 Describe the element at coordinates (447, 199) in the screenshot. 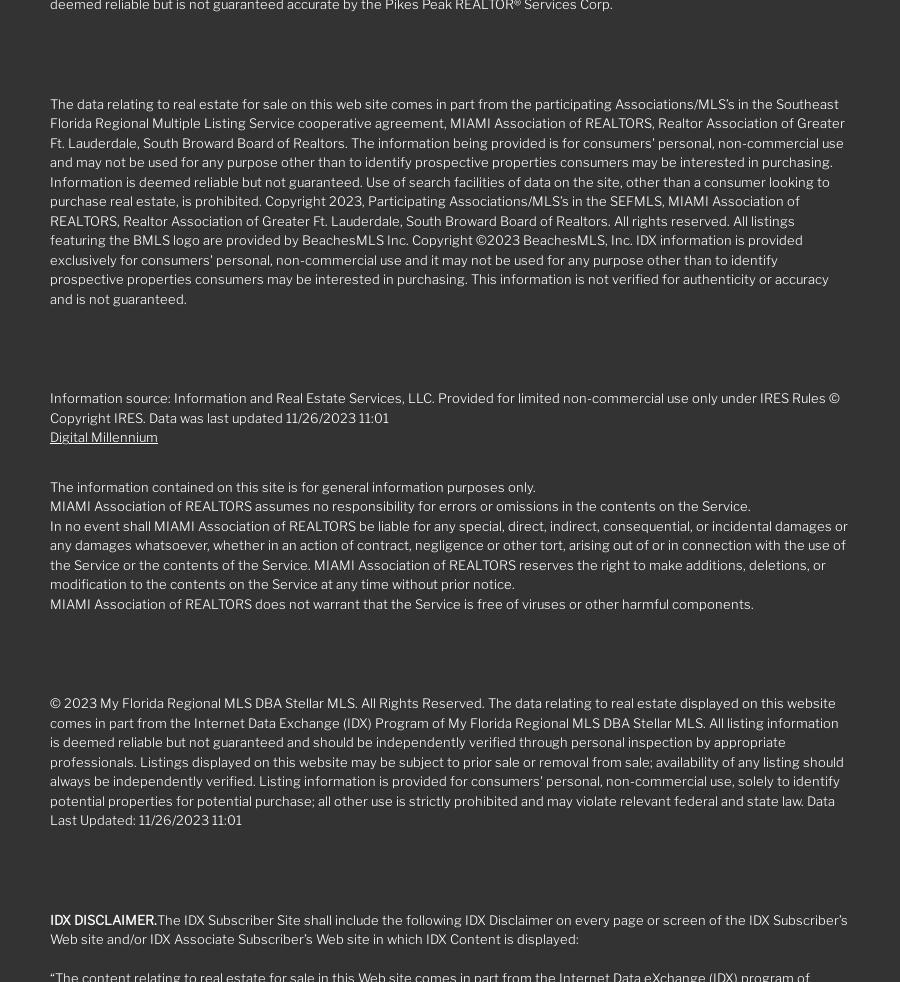

I see `'The data relating to real estate for sale on this web site comes in part from the participating Associations/MLS’s in the Southeast Florida Regional Multiple Listing Service cooperative agreement, MIAMI Association of REALTORS, Realtor Association of Greater Ft. Lauderdale, South Broward Board of Realtors. The information being provided is for consumers' personal, non-commercial use and may not be used for any purpose other than to identify prospective properties consumers may be interested in purchasing. Information is deemed reliable but not guaranteed. Use of search facilities of data on the site, other than a consumer looking to purchase real estate, is prohibited. Copyright 2023, Participating Associations/MLS’s in the SEFMLS, MIAMI Association of REALTORS, Realtor Association of Greater Ft. Lauderdale, South Broward Board of Realtors. All rights reserved. 
All listings featuring the BMLS logo are provided by BeachesMLS Inc. Copyright ©2023 BeachesMLS, Inc.
IDX information is provided exclusively for consumers' personal, non-commercial use and it may not be used for any purpose other than to identify prospective properties consumers may be interested in purchasing. This information is not verified for authenticity or accuracy and is not guaranteed.'` at that location.